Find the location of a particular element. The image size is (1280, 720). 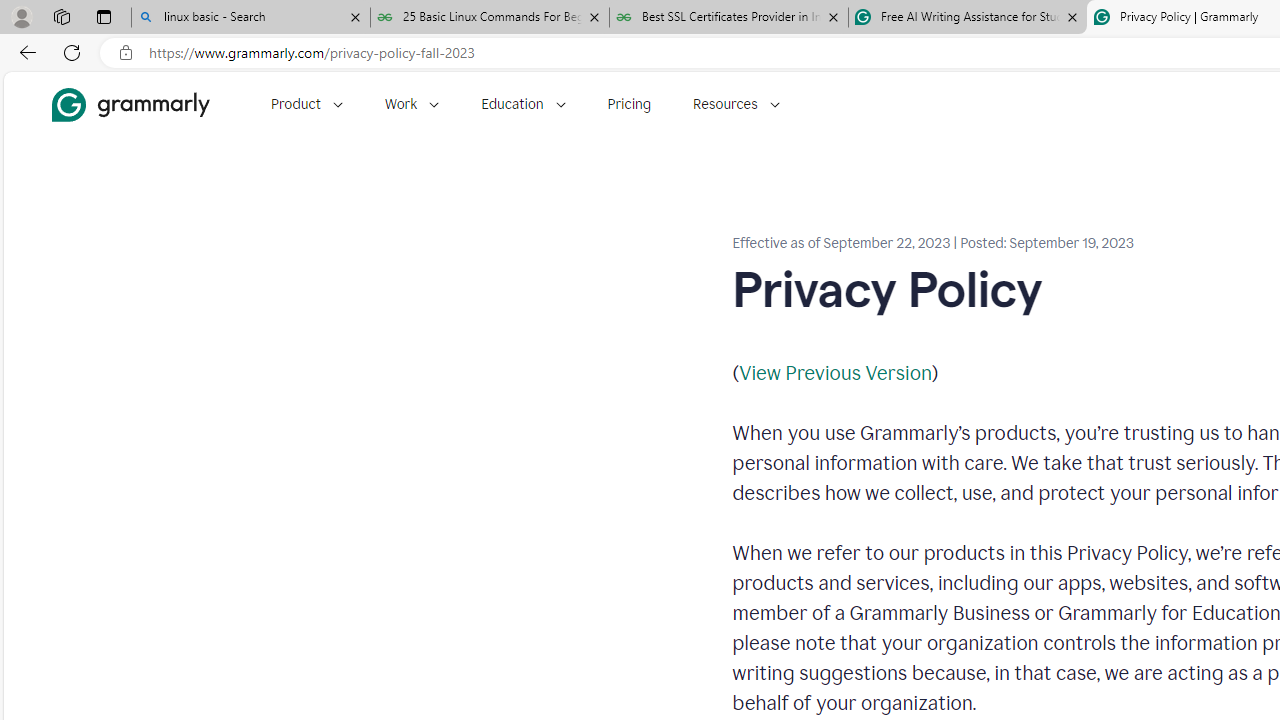

'Free AI Writing Assistance for Students | Grammarly' is located at coordinates (967, 17).